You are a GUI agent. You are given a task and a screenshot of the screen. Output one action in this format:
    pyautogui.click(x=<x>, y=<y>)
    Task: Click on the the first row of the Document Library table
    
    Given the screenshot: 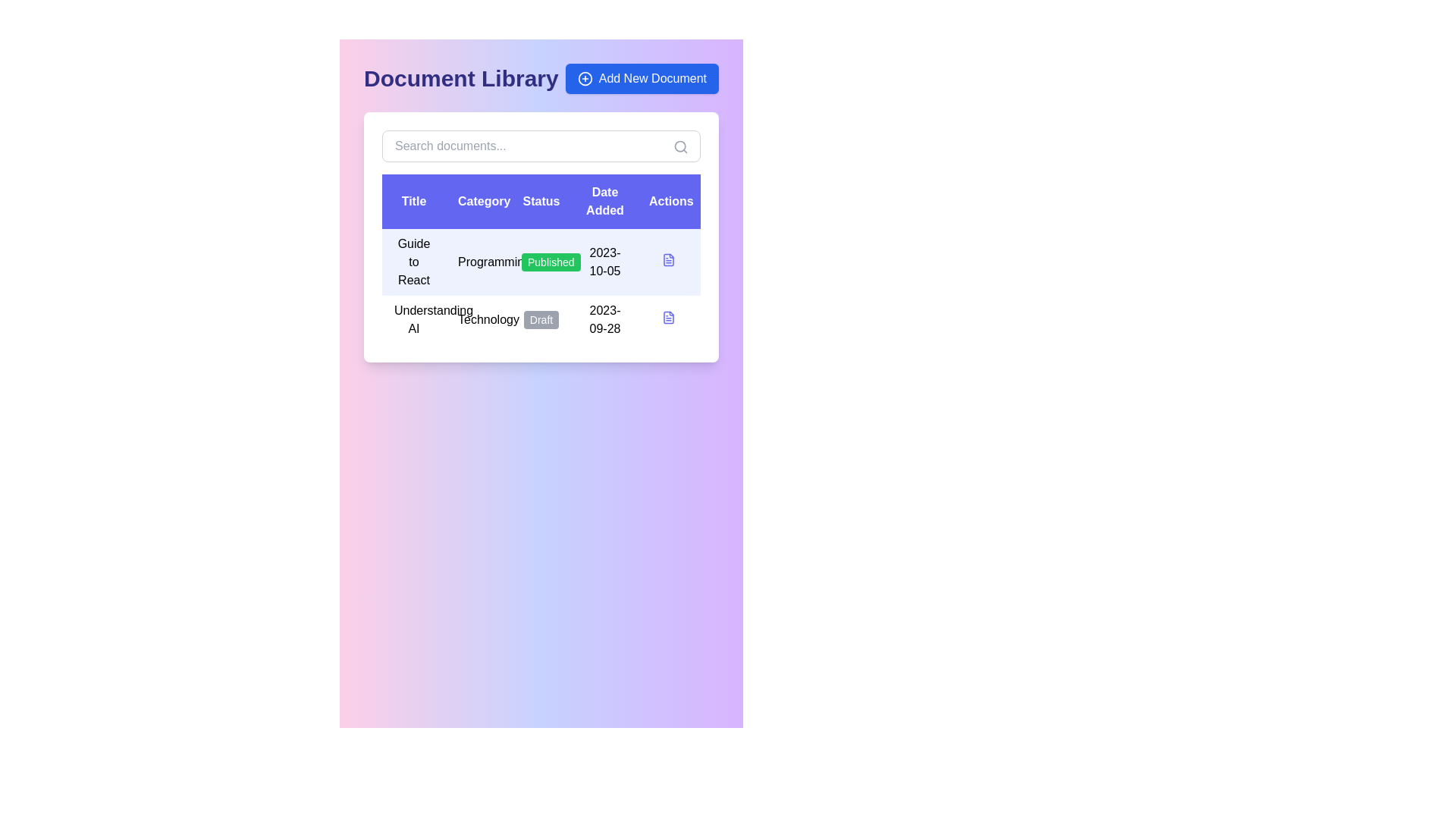 What is the action you would take?
    pyautogui.click(x=541, y=262)
    